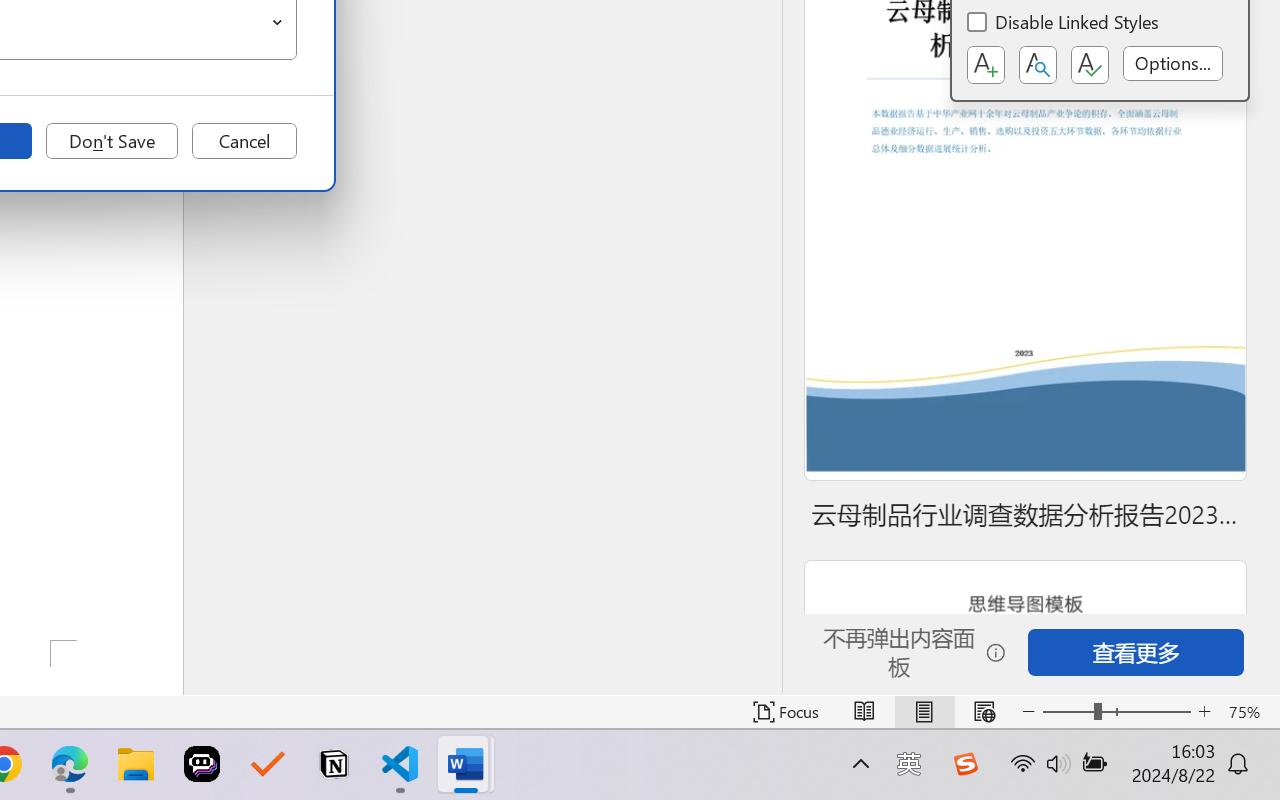 The height and width of the screenshot is (800, 1280). I want to click on 'Zoom', so click(1115, 711).